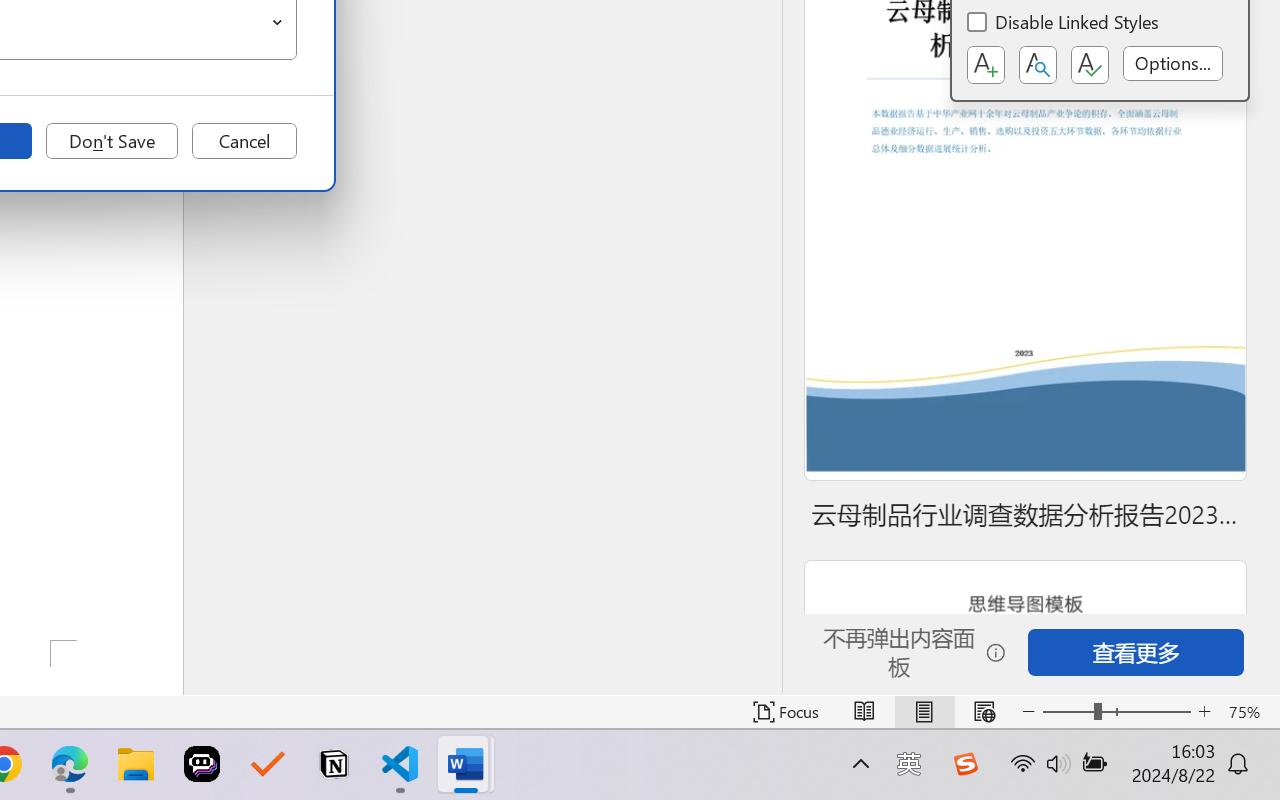 The height and width of the screenshot is (800, 1280). I want to click on 'Zoom', so click(1115, 711).